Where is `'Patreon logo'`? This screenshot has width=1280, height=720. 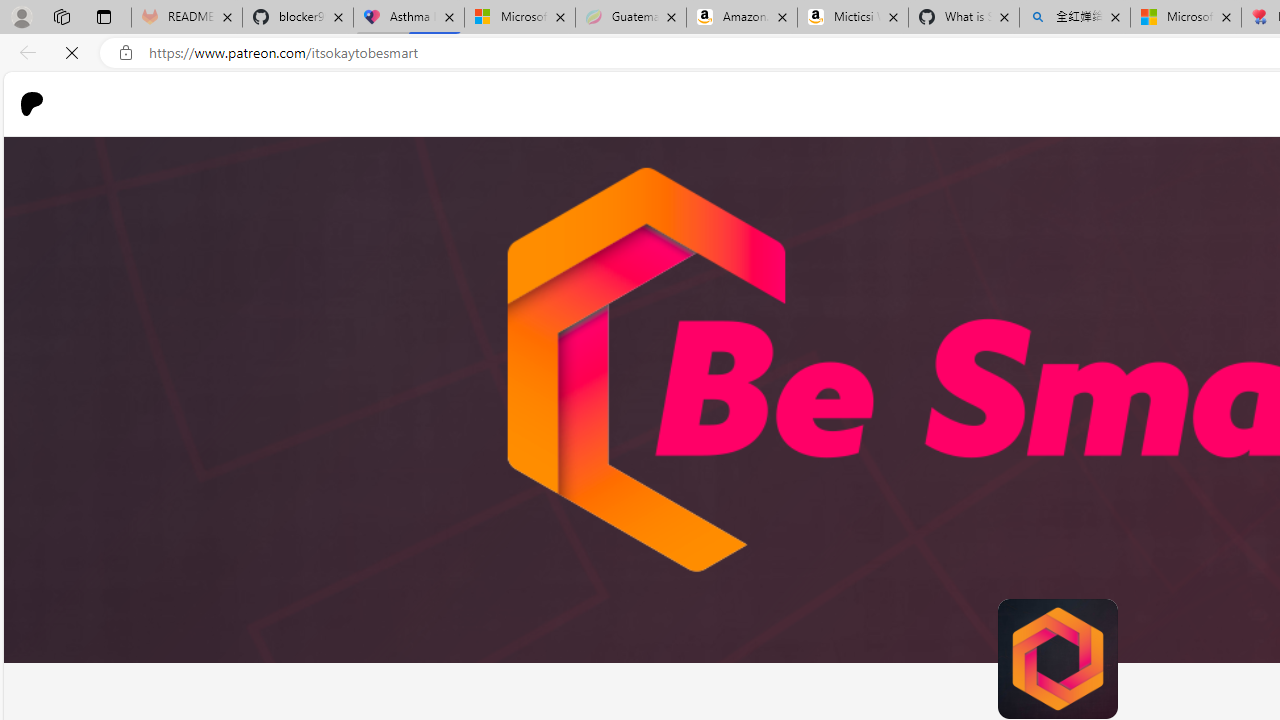 'Patreon logo' is located at coordinates (32, 104).